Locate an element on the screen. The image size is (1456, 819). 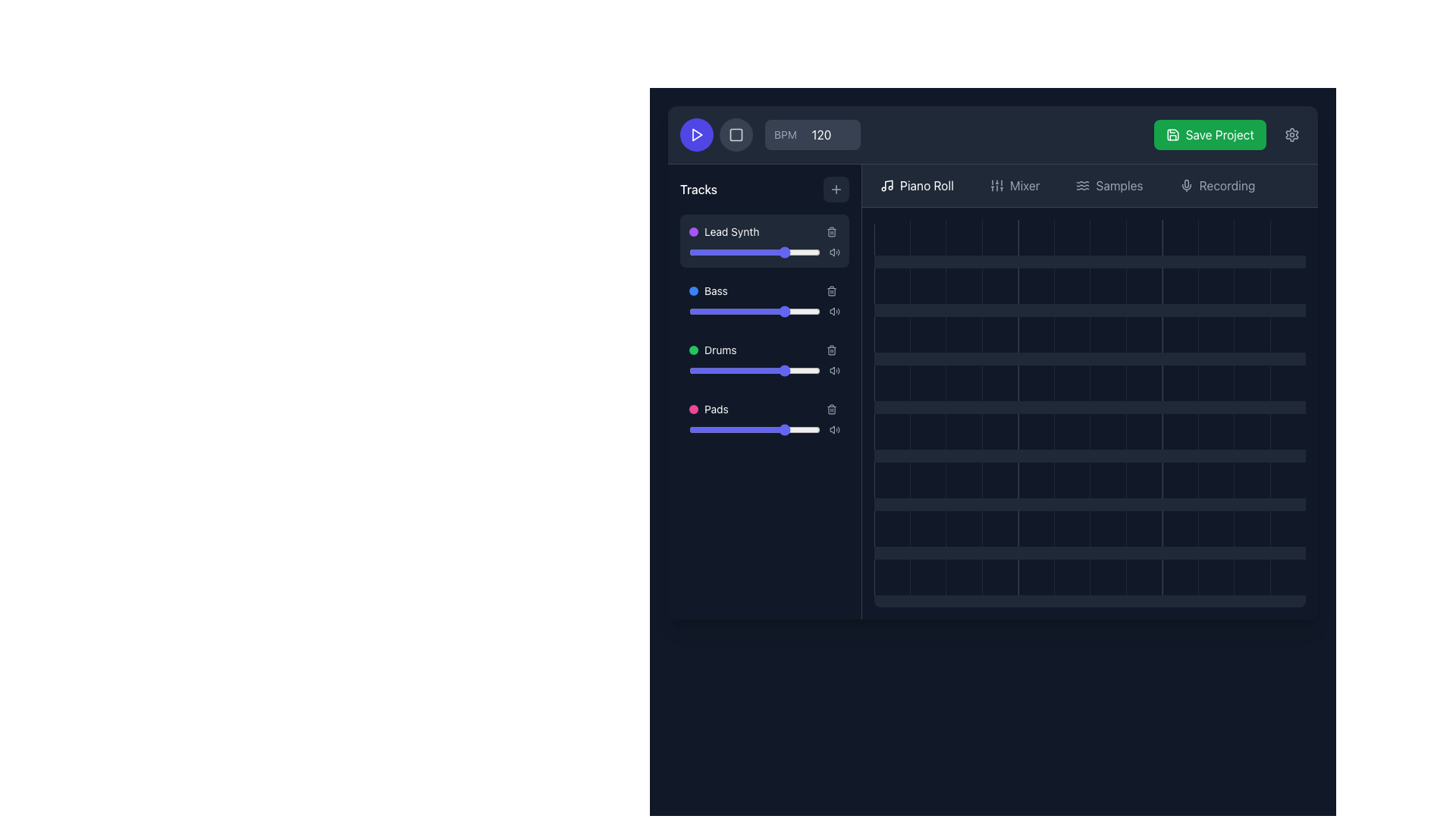
the interactive grid block located in the bottom-right corner of the grid layout is located at coordinates (1287, 334).